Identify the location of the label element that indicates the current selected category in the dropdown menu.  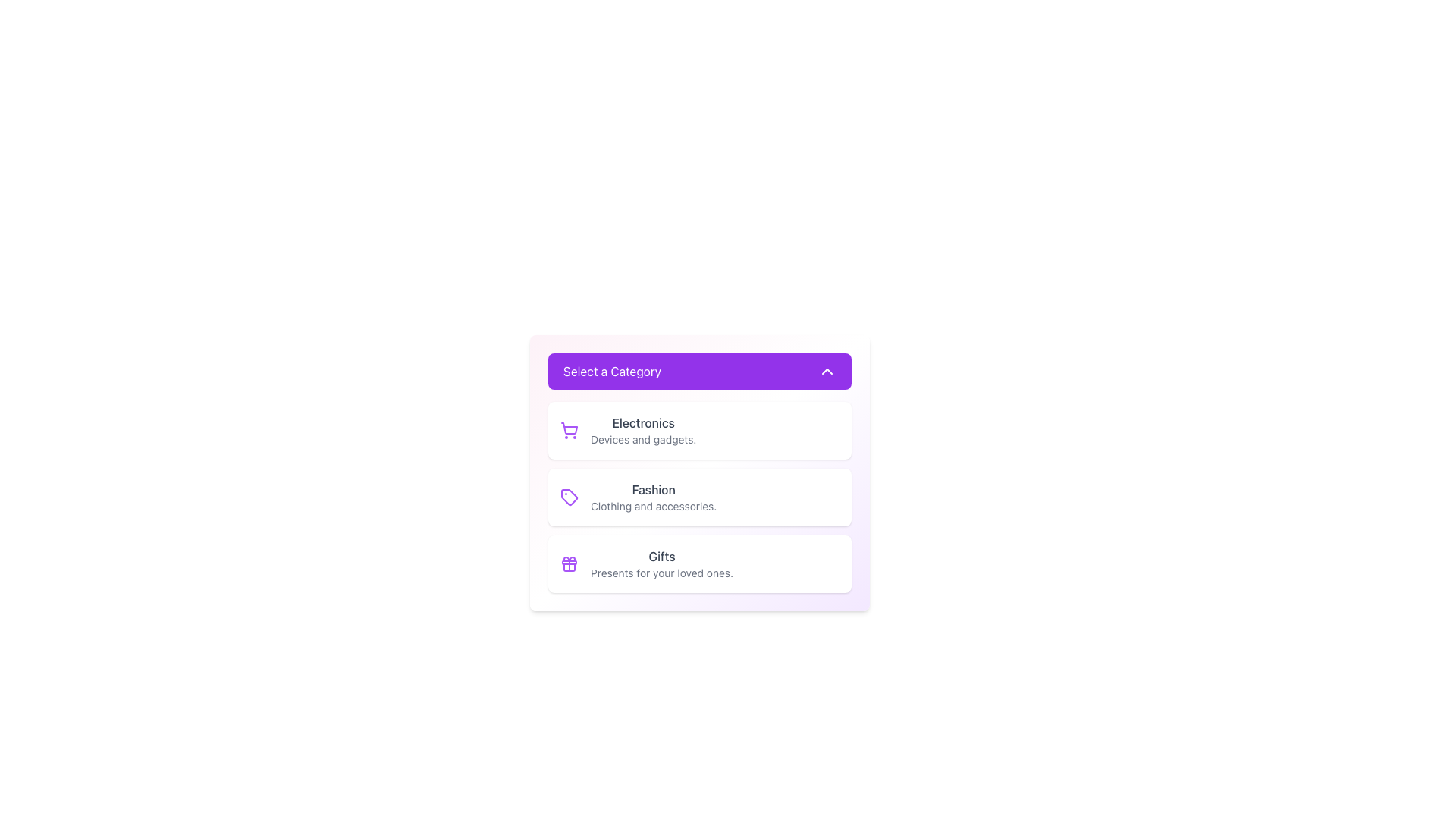
(612, 371).